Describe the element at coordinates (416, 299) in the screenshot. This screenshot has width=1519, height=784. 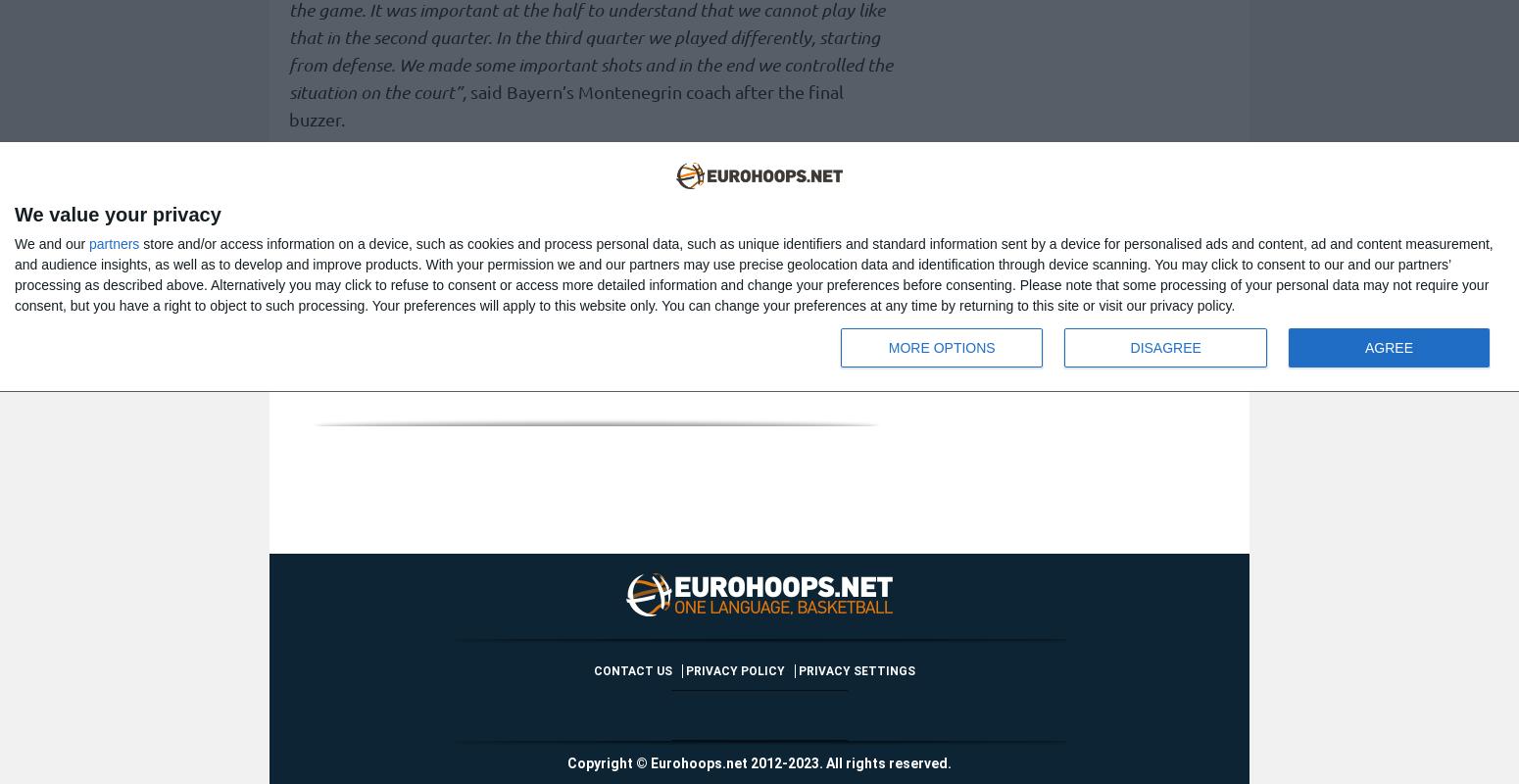
I see `'For more EuroLeague news,'` at that location.